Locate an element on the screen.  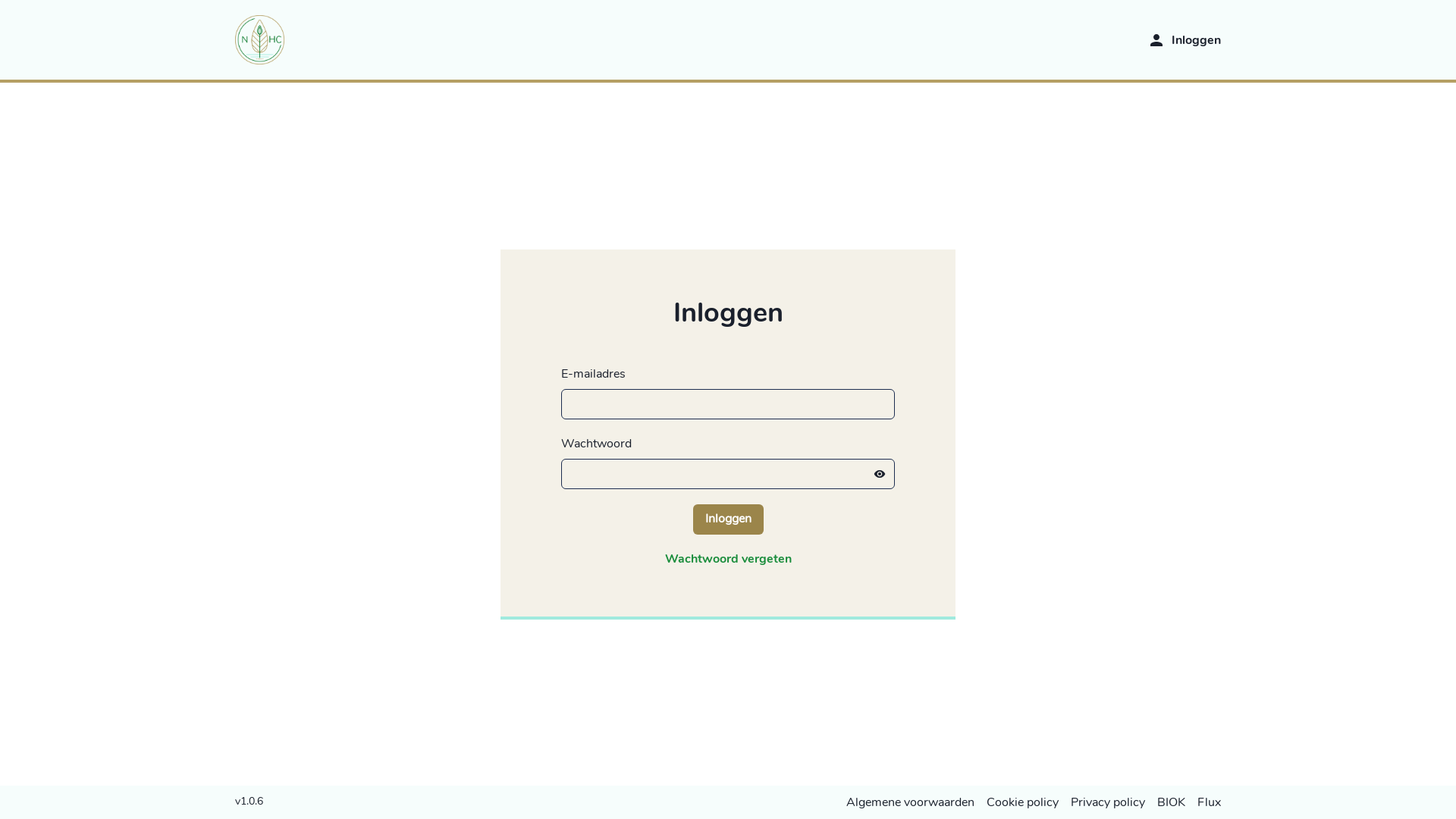
'BIOK' is located at coordinates (1170, 801).